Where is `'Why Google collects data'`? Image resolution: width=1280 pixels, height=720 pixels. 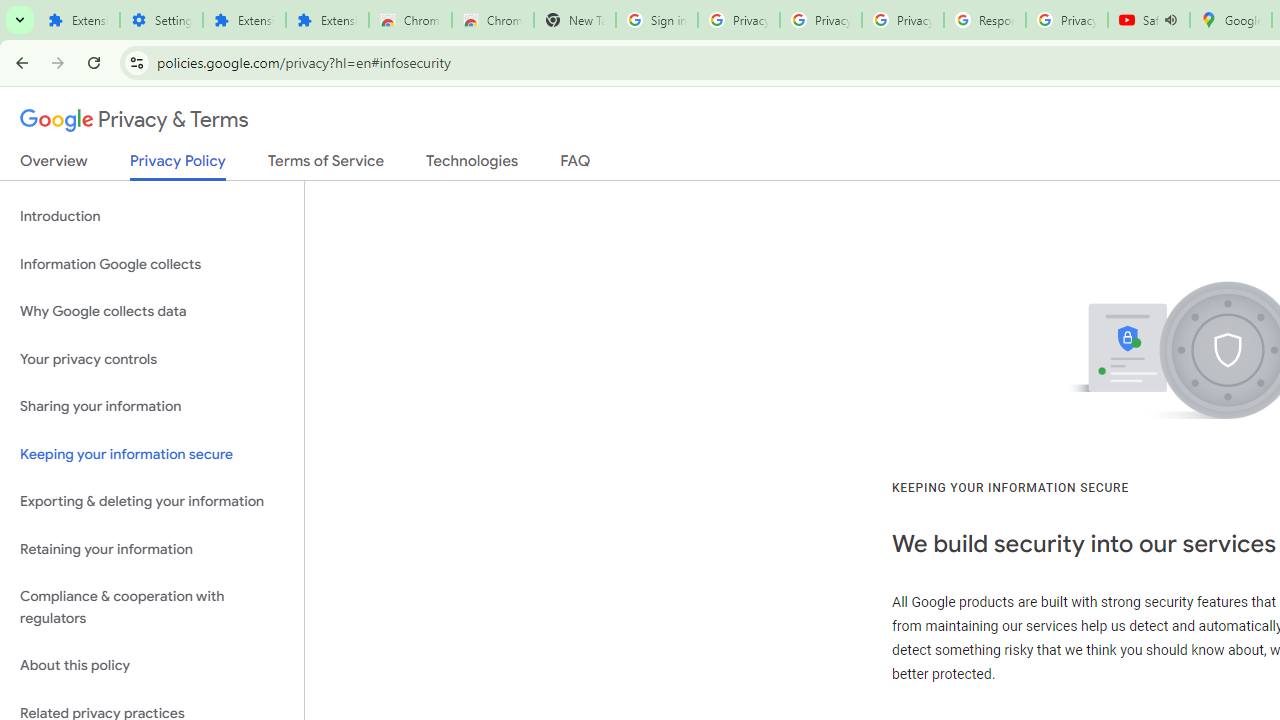 'Why Google collects data' is located at coordinates (151, 312).